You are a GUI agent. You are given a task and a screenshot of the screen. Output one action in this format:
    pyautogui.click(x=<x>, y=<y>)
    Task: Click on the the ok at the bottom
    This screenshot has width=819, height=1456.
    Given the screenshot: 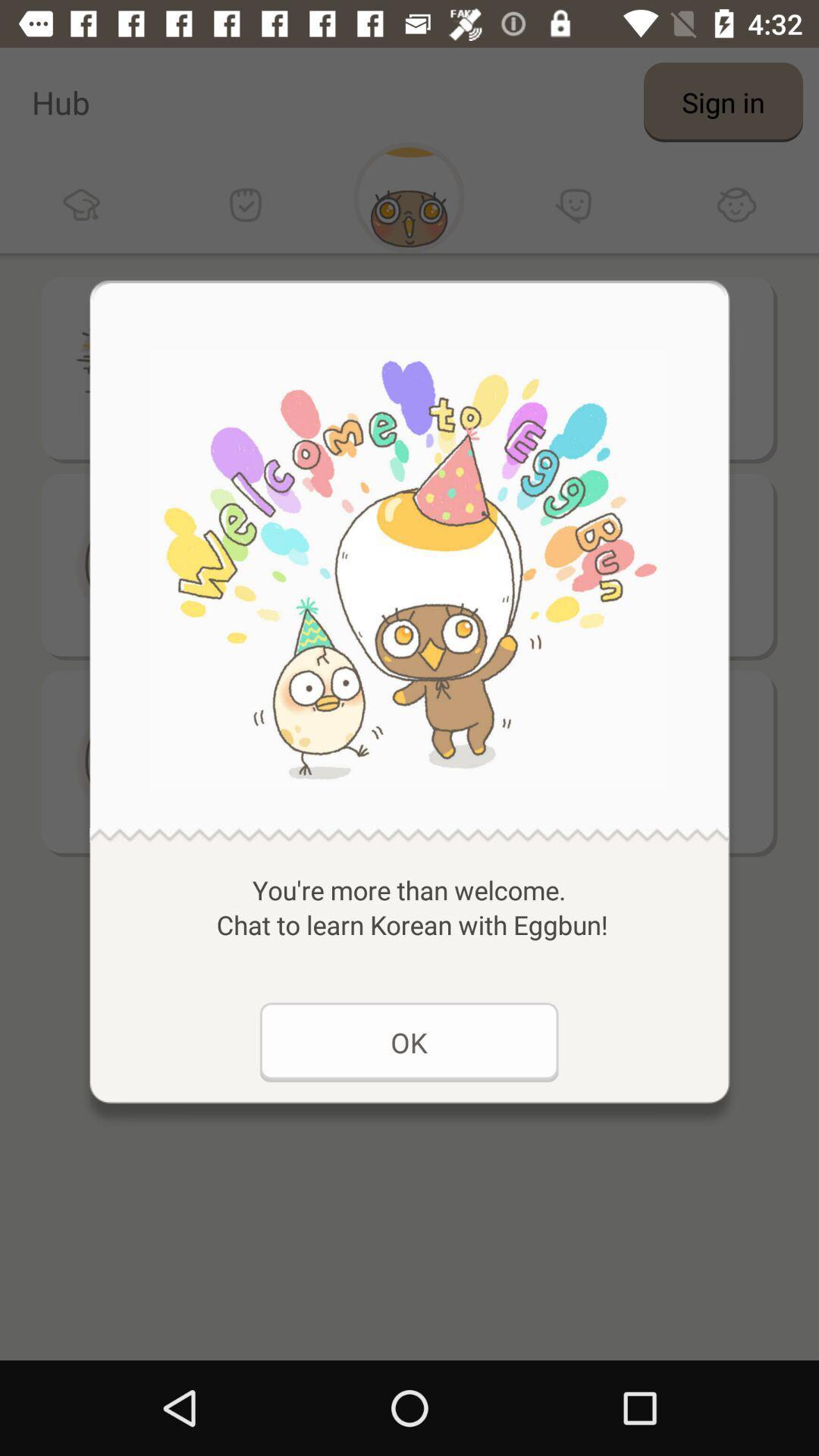 What is the action you would take?
    pyautogui.click(x=408, y=1041)
    